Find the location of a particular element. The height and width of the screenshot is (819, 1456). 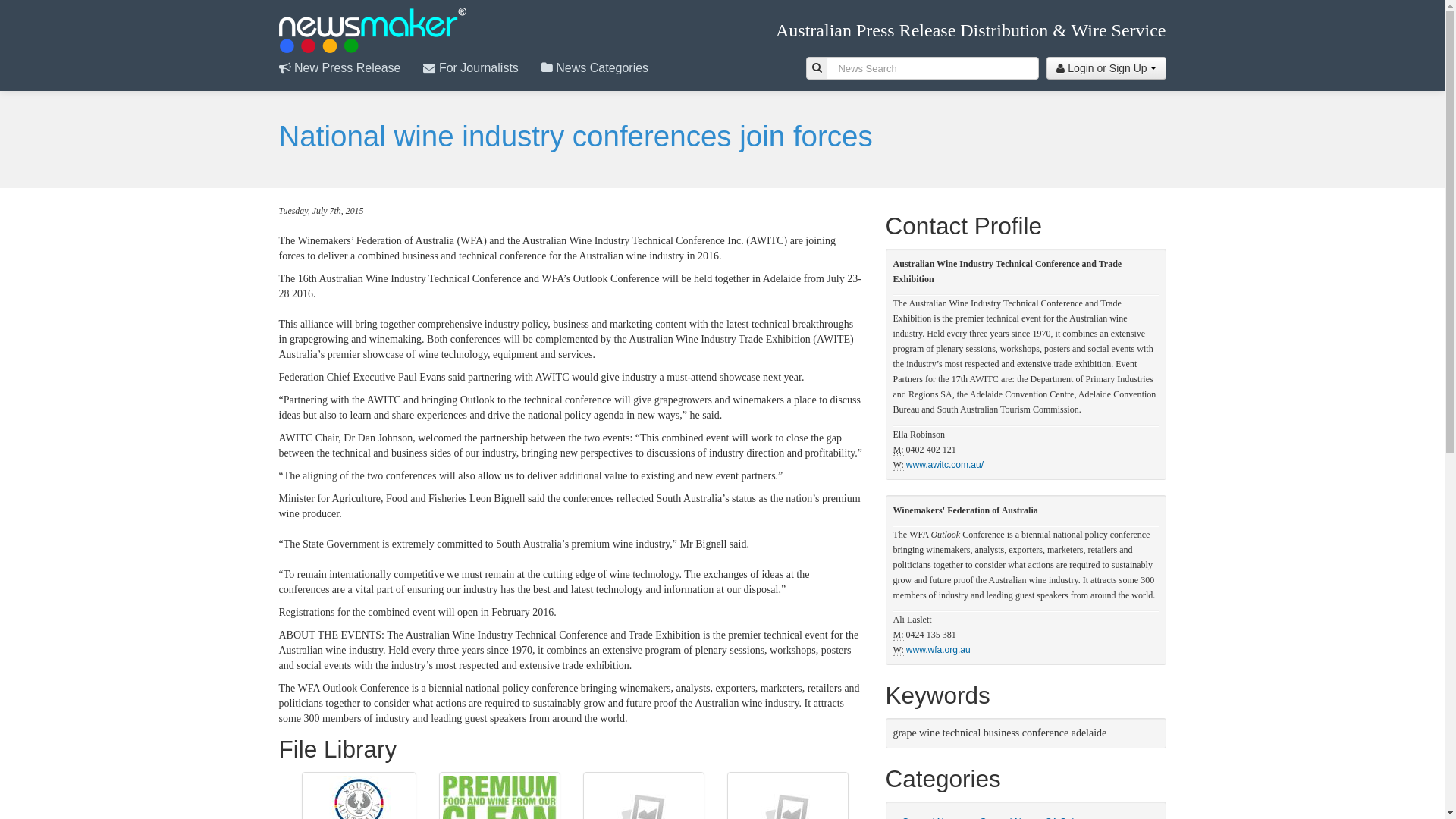

'www.wfa.org.au' is located at coordinates (937, 648).